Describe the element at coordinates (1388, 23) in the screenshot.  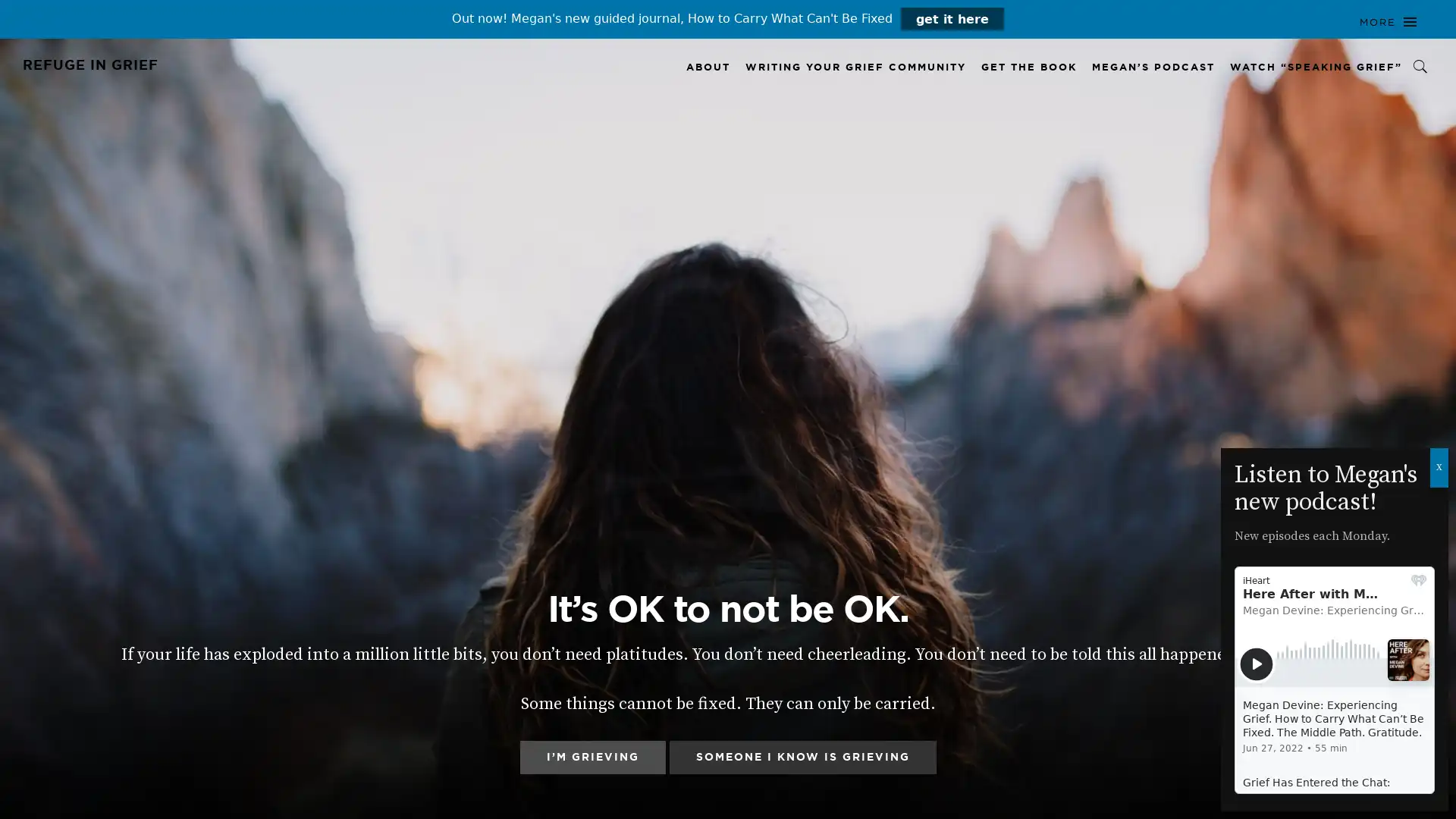
I see `MORE  SHOW OFFSCREEN CONTENT` at that location.